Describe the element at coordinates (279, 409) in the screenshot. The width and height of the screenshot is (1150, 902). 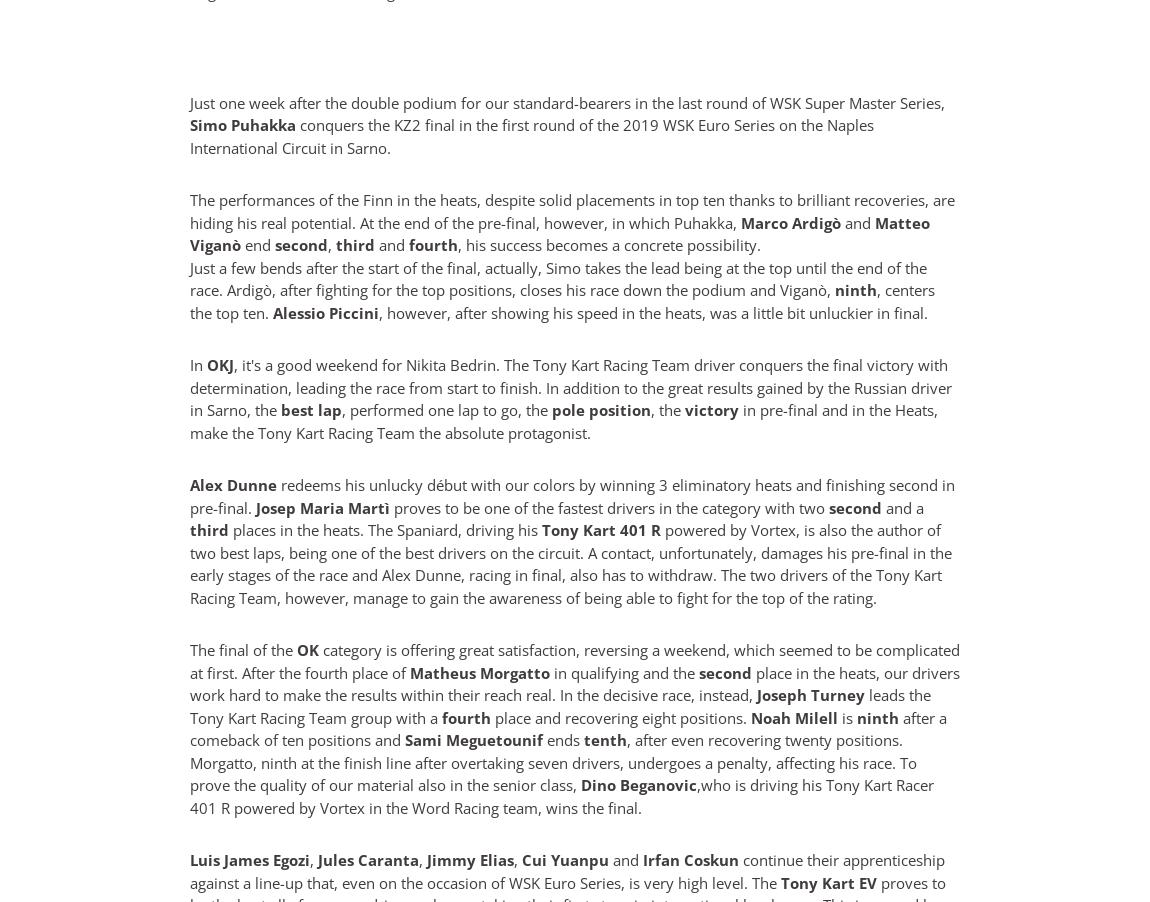
I see `'best lap'` at that location.